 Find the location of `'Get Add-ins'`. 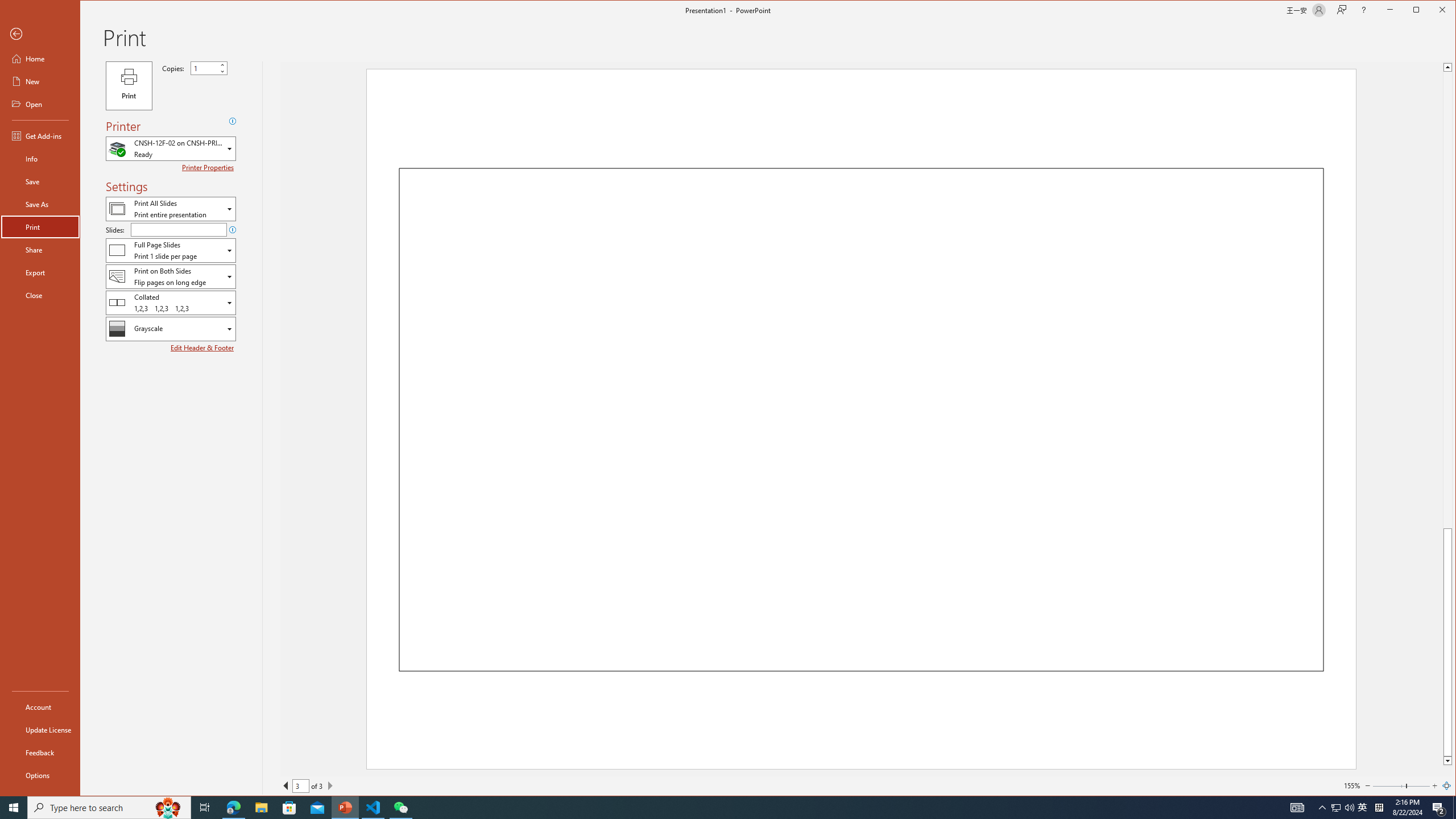

'Get Add-ins' is located at coordinates (39, 135).